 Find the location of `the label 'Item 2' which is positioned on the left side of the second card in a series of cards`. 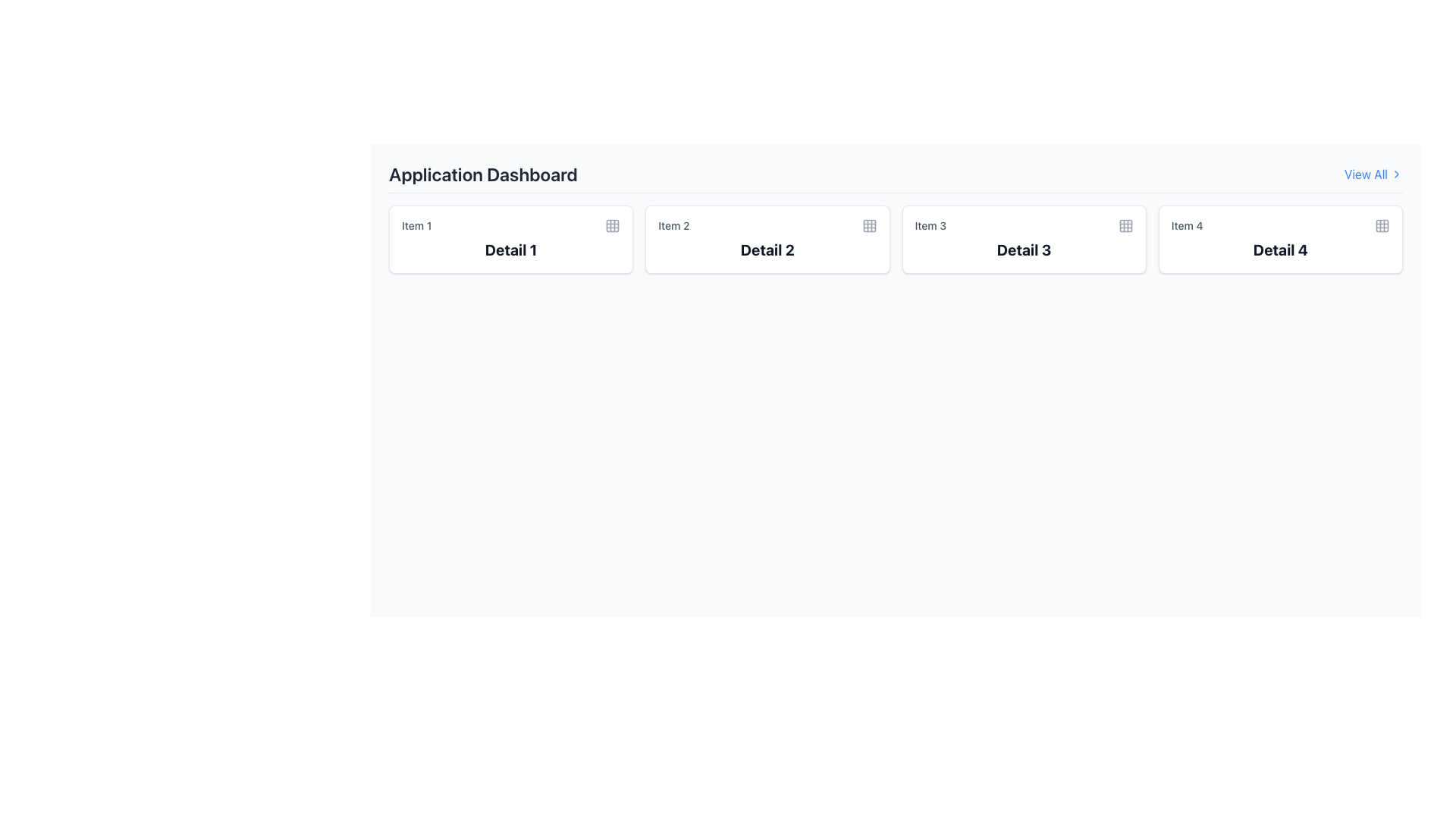

the label 'Item 2' which is positioned on the left side of the second card in a series of cards is located at coordinates (673, 225).